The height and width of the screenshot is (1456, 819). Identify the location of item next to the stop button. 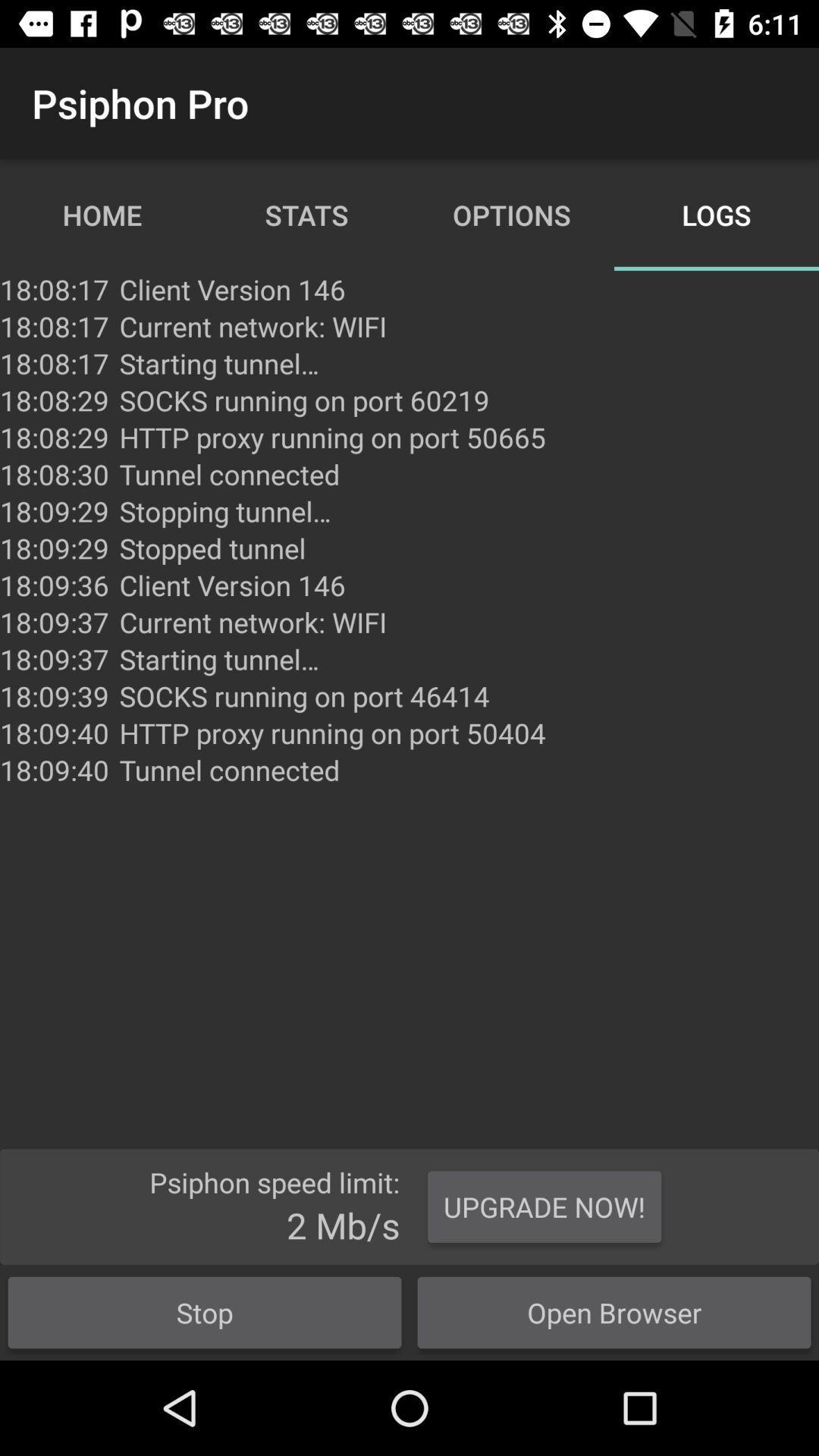
(544, 1206).